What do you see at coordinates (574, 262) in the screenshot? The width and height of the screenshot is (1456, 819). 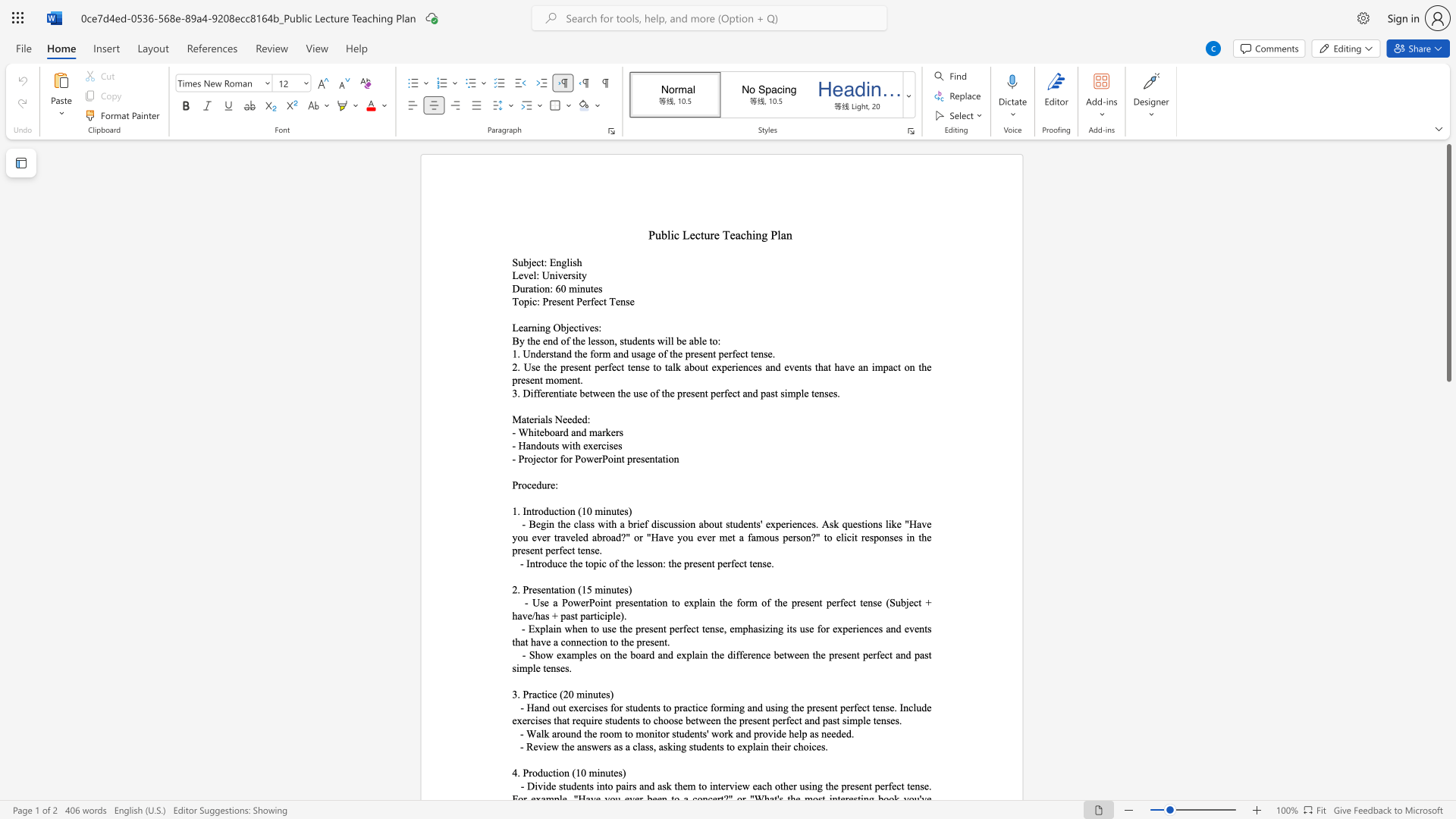 I see `the 1th character "s" in the text` at bounding box center [574, 262].